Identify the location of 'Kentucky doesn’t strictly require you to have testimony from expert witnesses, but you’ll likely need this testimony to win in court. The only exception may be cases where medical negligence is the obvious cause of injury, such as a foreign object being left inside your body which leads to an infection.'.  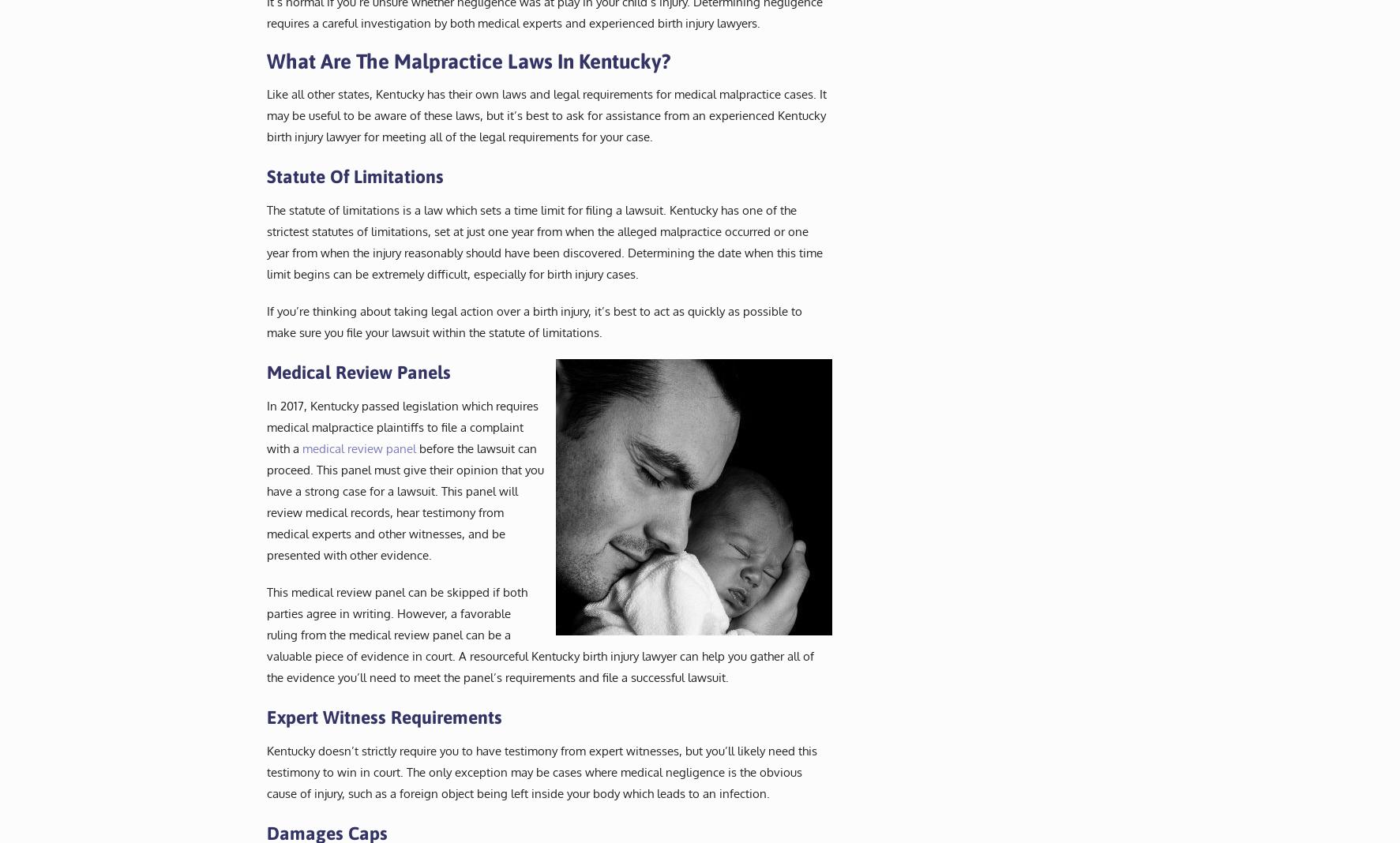
(540, 771).